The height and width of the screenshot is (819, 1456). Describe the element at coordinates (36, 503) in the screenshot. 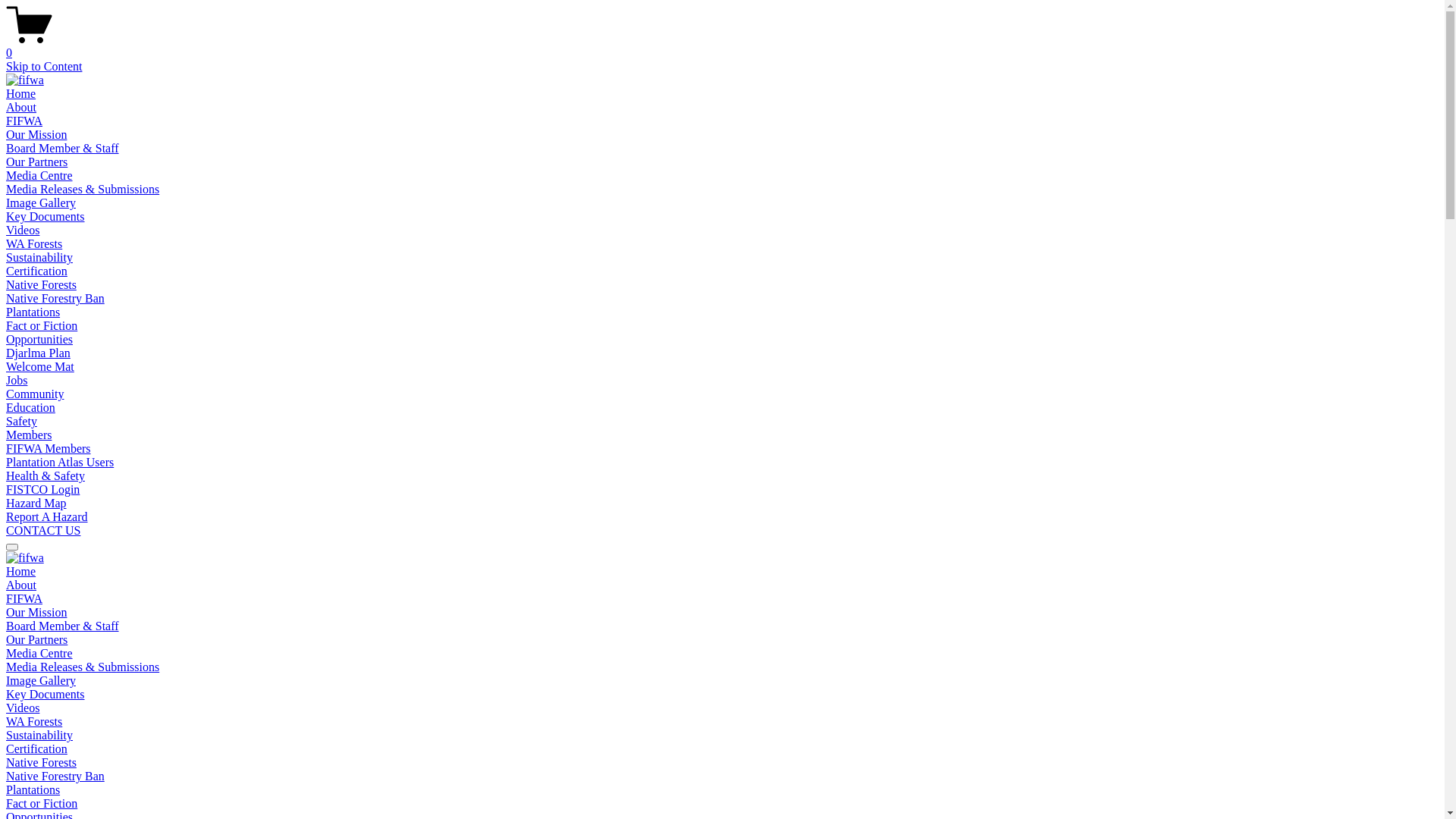

I see `'Hazard Map'` at that location.